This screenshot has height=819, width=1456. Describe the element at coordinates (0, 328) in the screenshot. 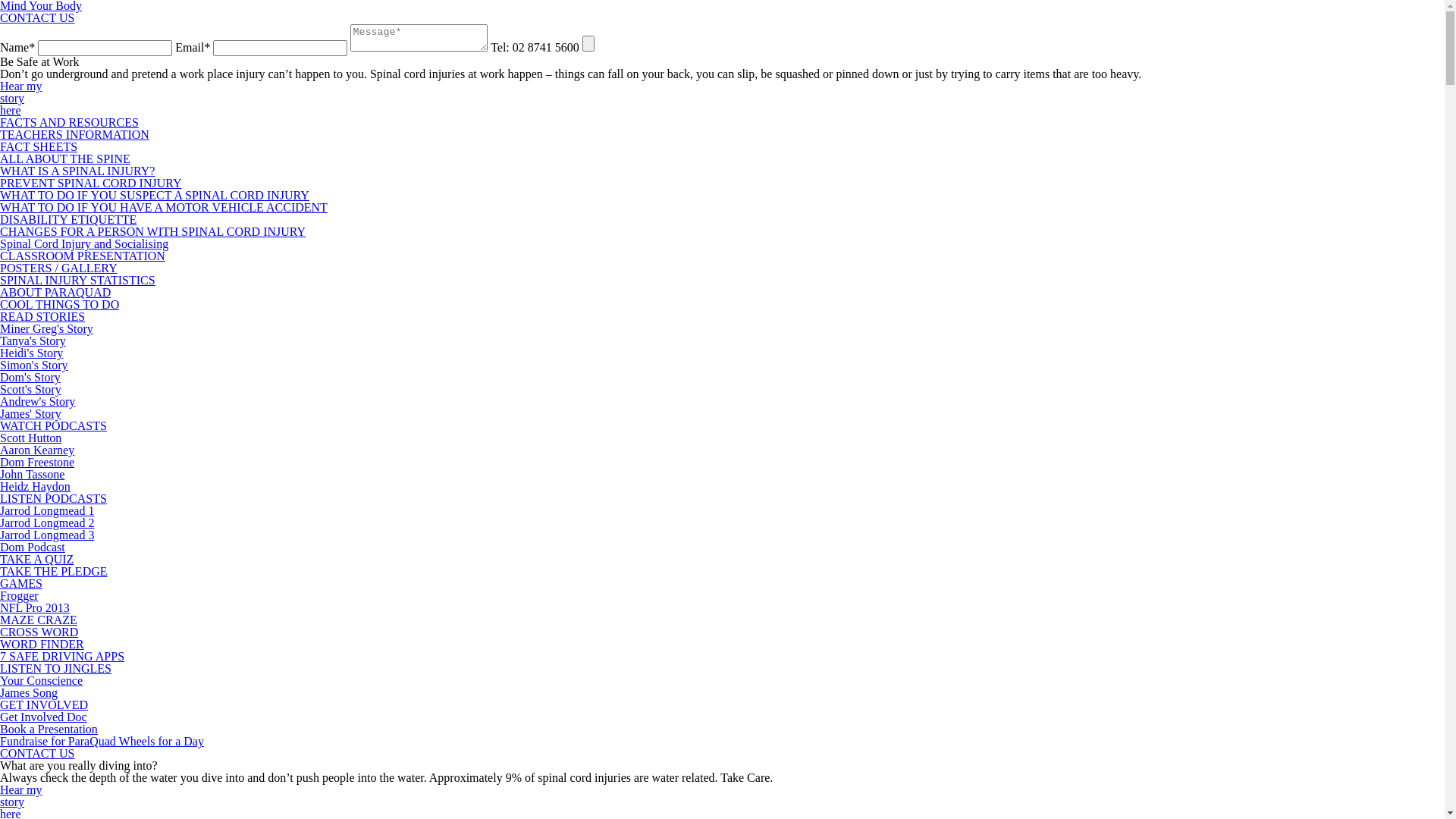

I see `'Miner Greg's Story'` at that location.